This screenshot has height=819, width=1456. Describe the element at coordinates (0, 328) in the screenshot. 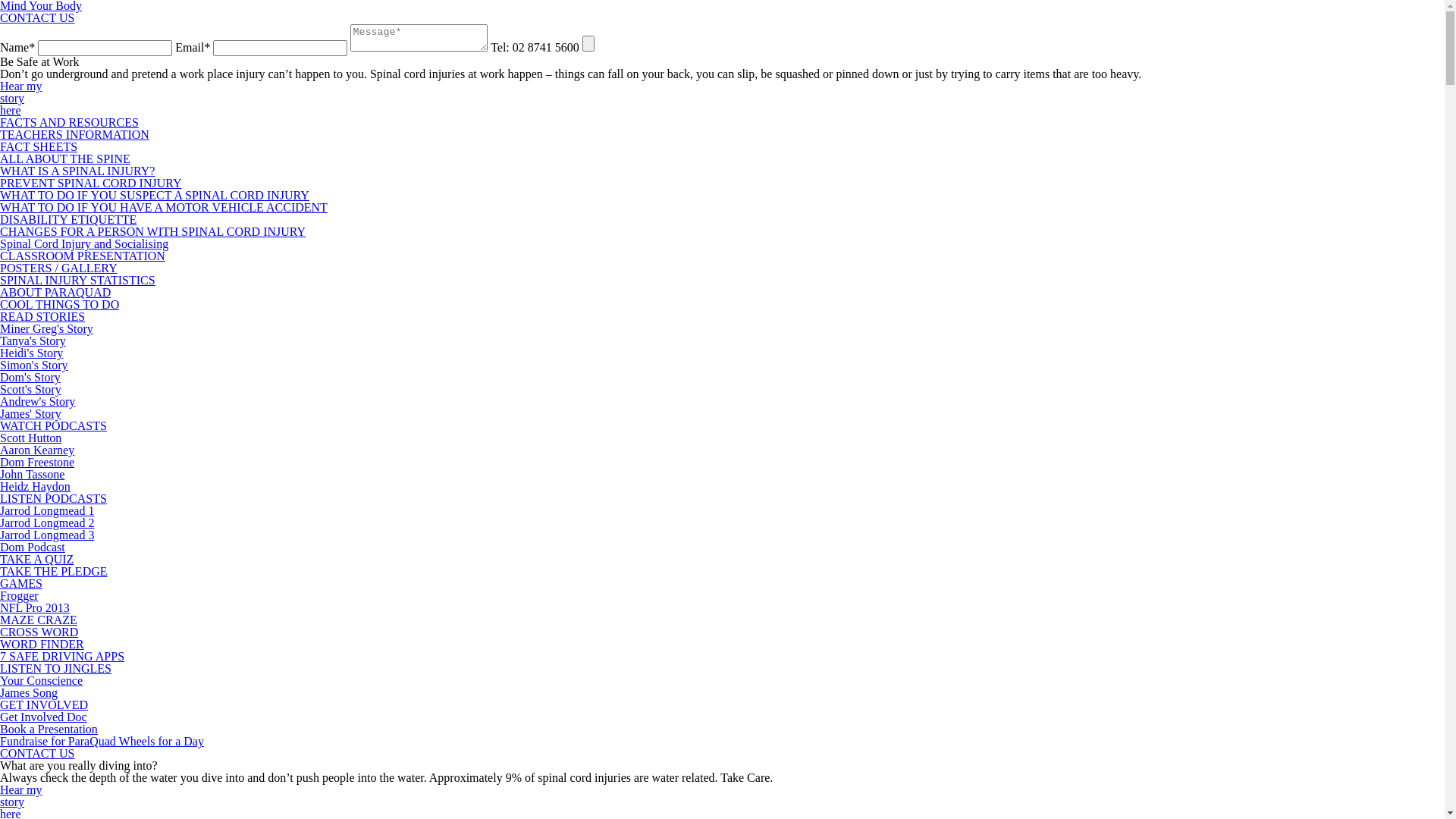

I see `'Miner Greg's Story'` at that location.